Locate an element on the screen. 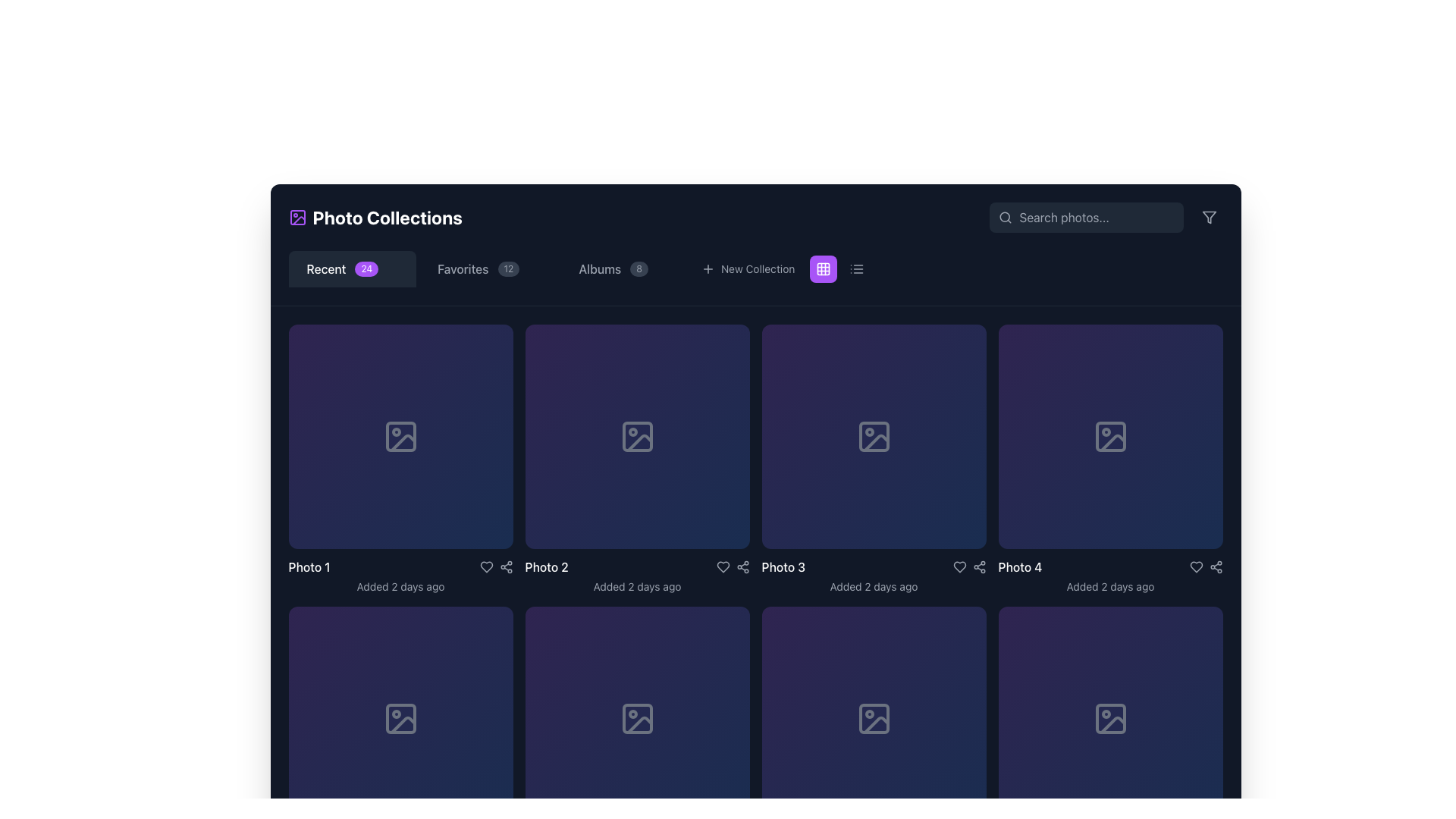 This screenshot has width=1456, height=819. the text label displaying 'Photo 2Added 2 days ago', which is located in the bottom part of the central tile in the second row of the photo gallery grid is located at coordinates (637, 576).